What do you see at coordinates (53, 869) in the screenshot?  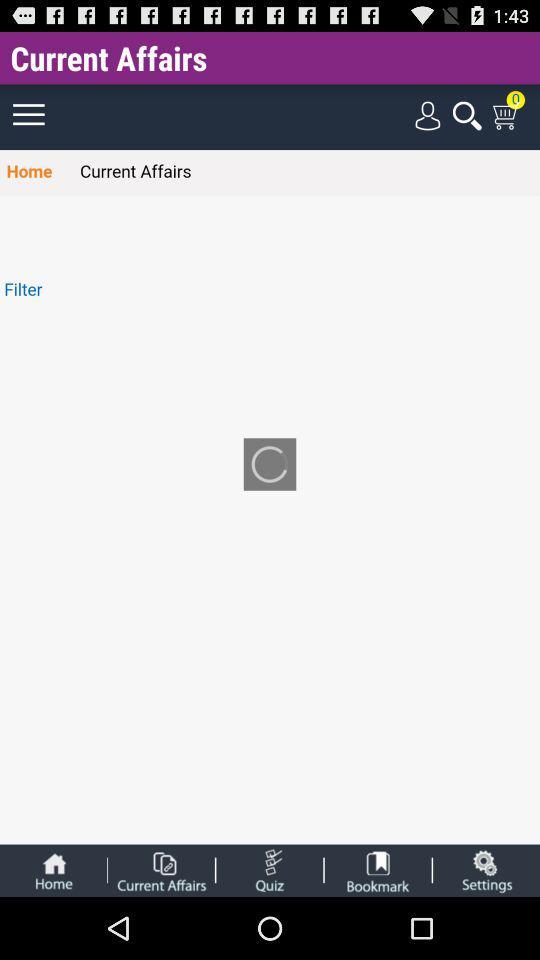 I see `home` at bounding box center [53, 869].